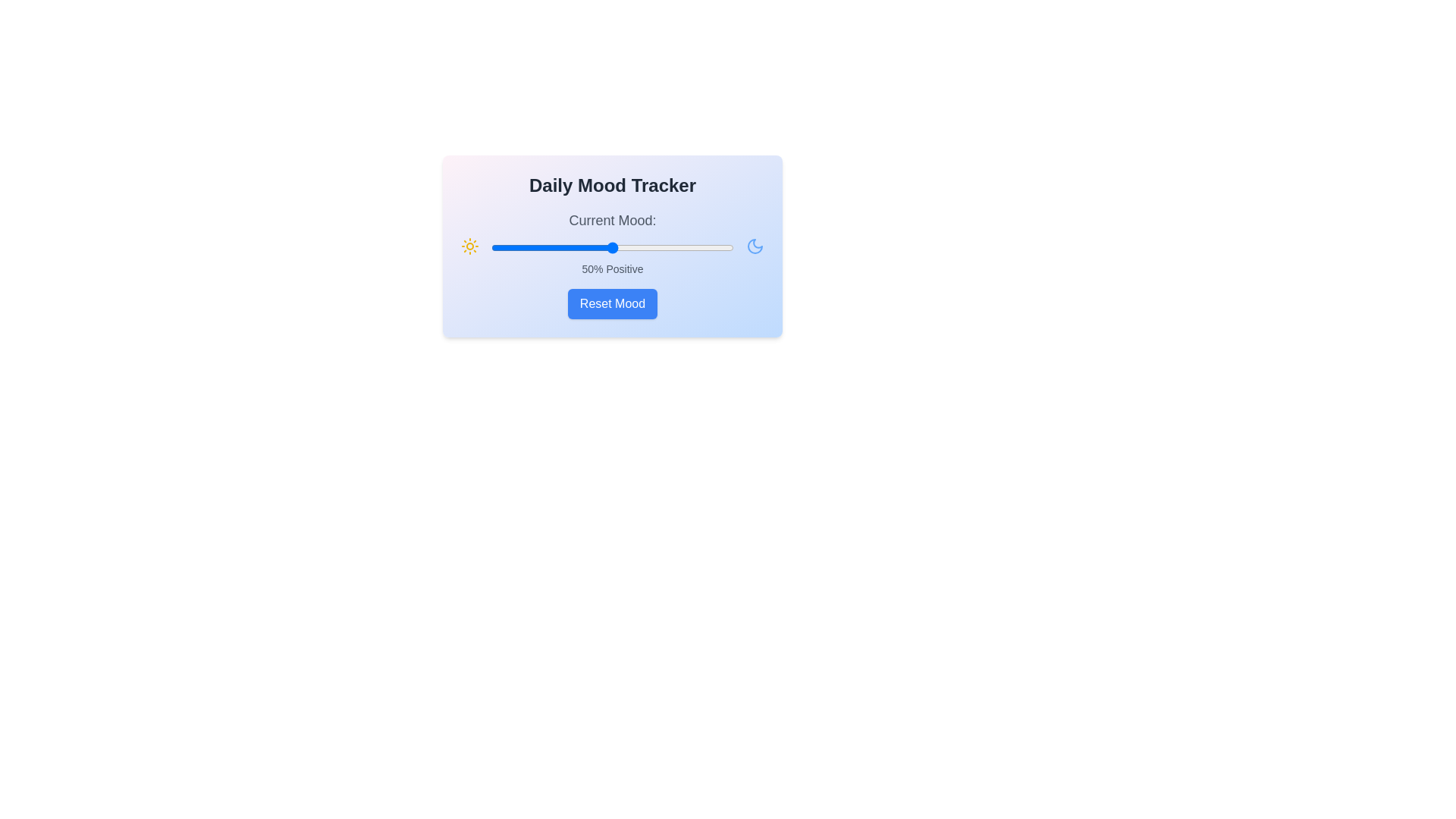 The image size is (1456, 819). What do you see at coordinates (716, 247) in the screenshot?
I see `mood rating` at bounding box center [716, 247].